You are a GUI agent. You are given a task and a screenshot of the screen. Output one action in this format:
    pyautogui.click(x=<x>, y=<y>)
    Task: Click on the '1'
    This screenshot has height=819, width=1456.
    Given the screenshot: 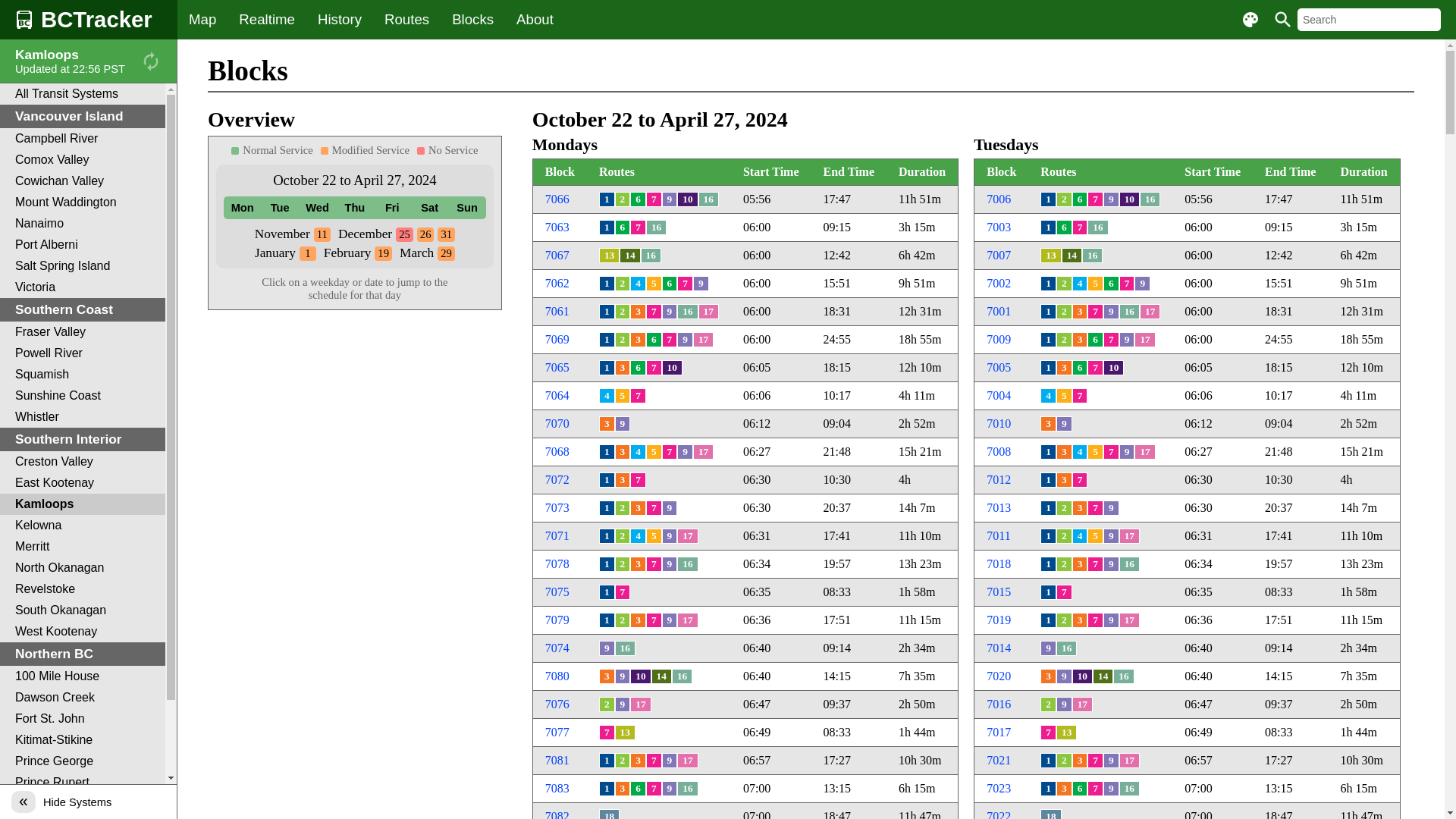 What is the action you would take?
    pyautogui.click(x=607, y=198)
    